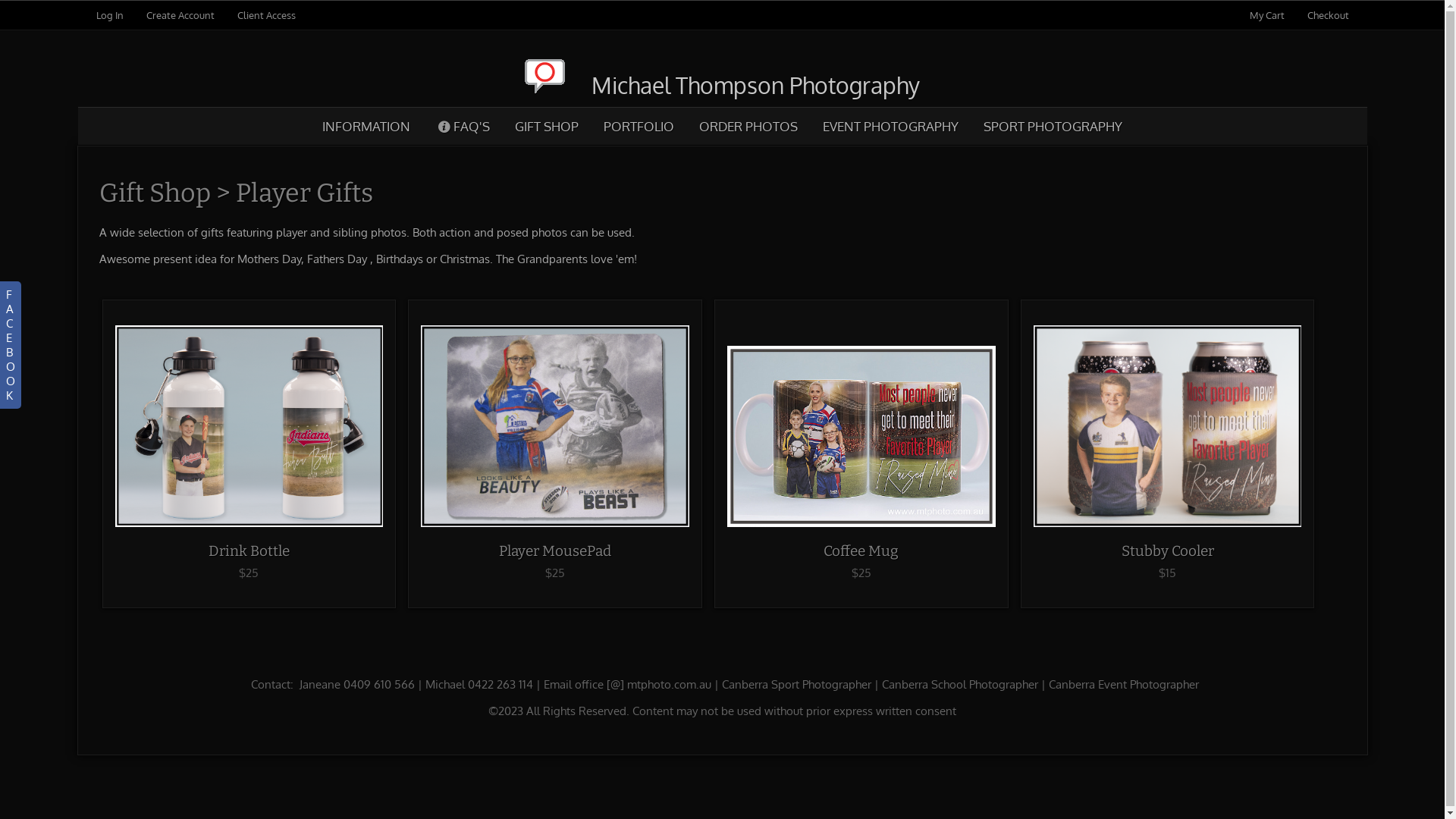 Image resolution: width=1456 pixels, height=819 pixels. What do you see at coordinates (1327, 14) in the screenshot?
I see `'Checkout'` at bounding box center [1327, 14].